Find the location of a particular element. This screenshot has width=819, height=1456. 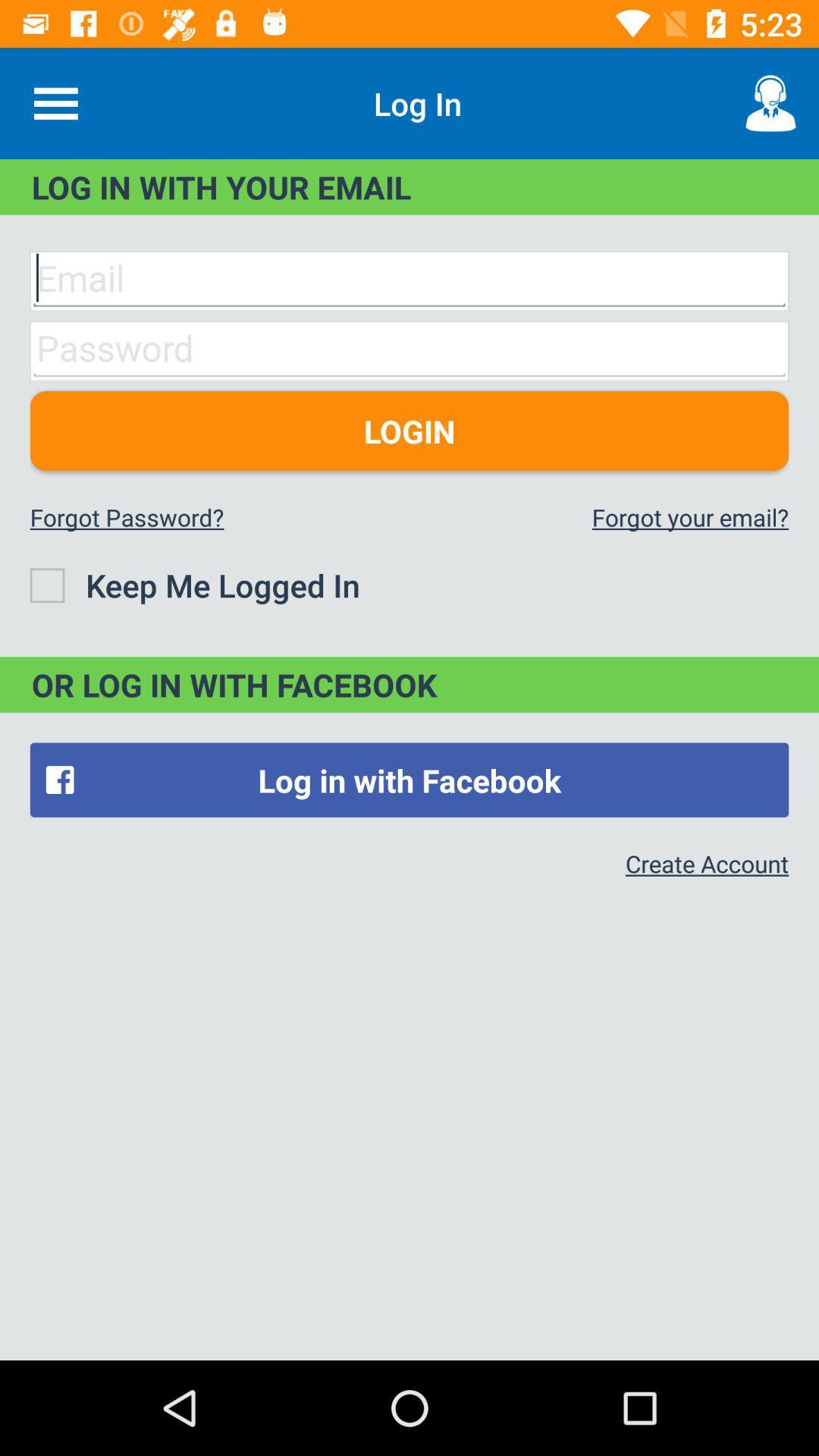

item above log in with item is located at coordinates (55, 102).